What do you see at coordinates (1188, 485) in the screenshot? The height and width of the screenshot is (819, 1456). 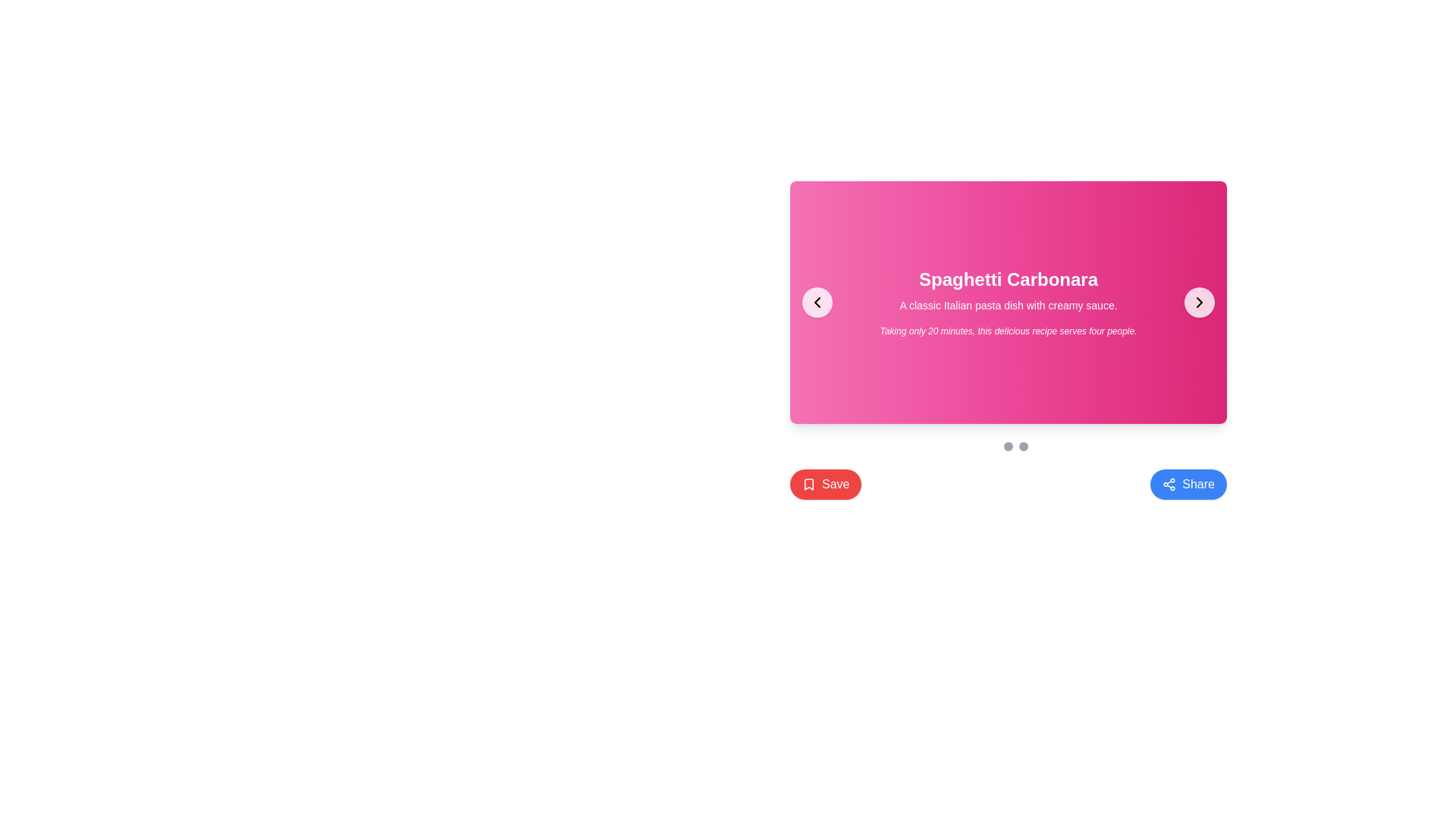 I see `the blue rounded rectangular 'Share' button with white text and a share network icon` at bounding box center [1188, 485].